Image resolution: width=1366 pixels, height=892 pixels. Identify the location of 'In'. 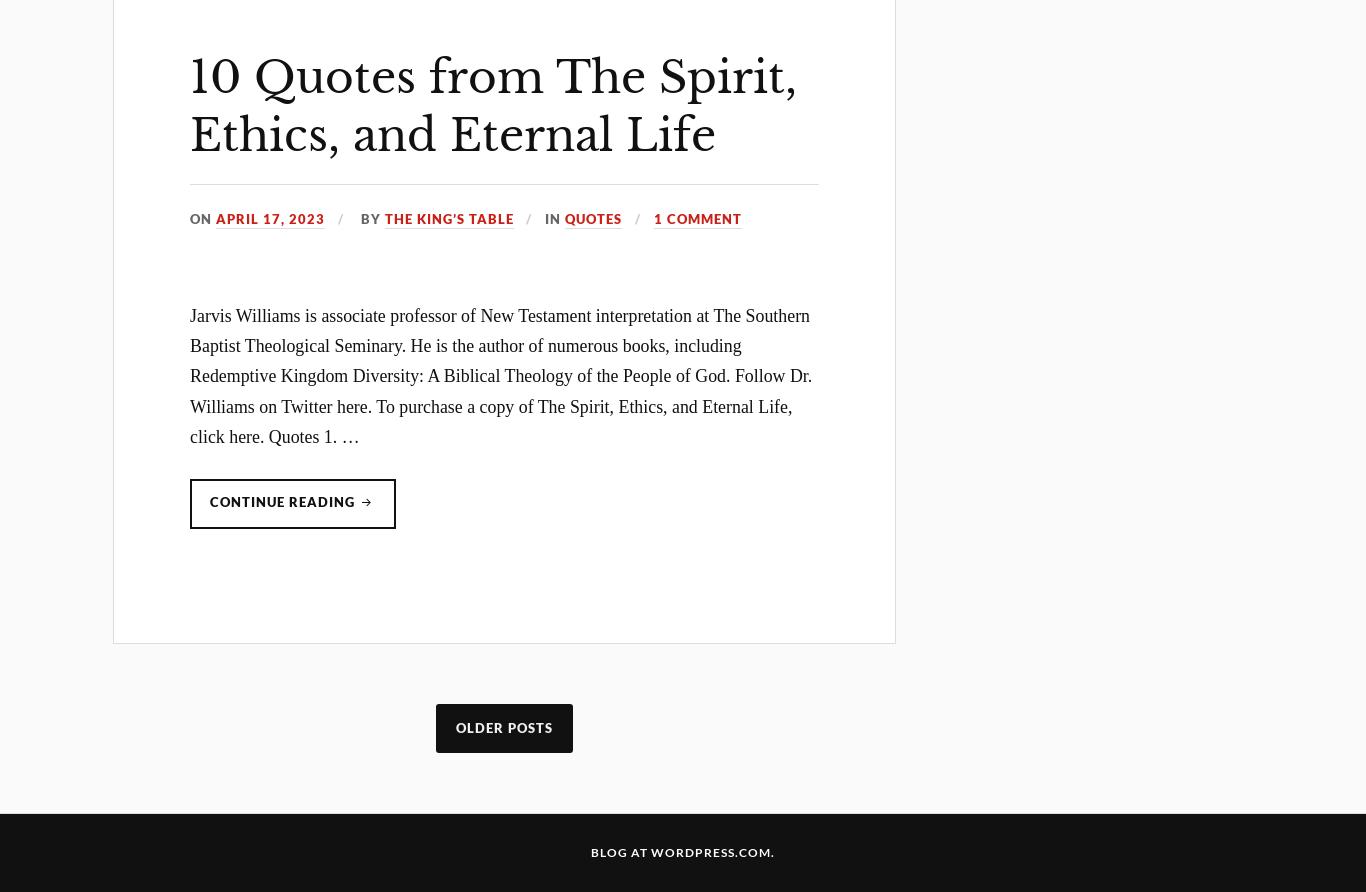
(545, 217).